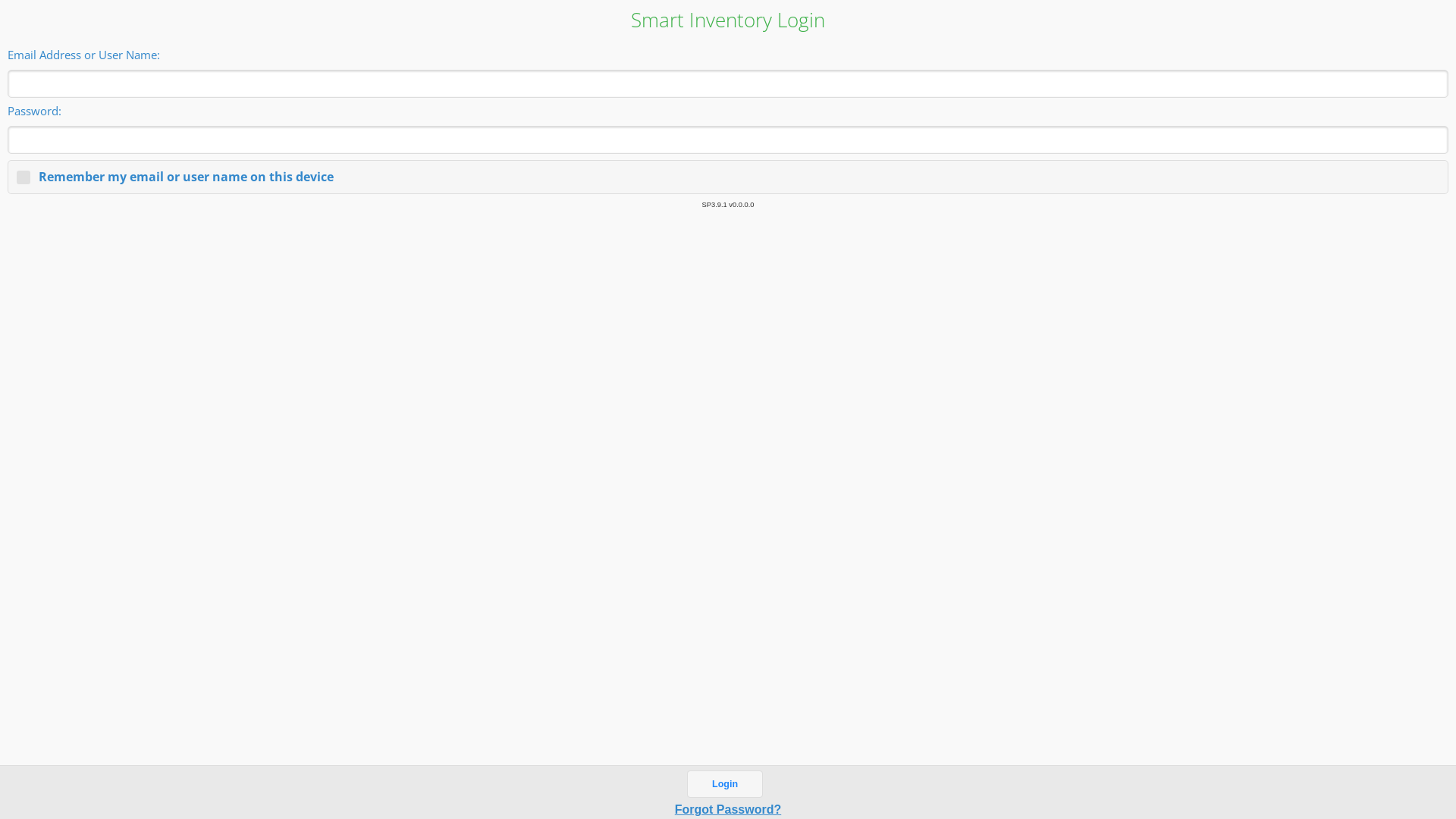  What do you see at coordinates (723, 783) in the screenshot?
I see `'Login'` at bounding box center [723, 783].